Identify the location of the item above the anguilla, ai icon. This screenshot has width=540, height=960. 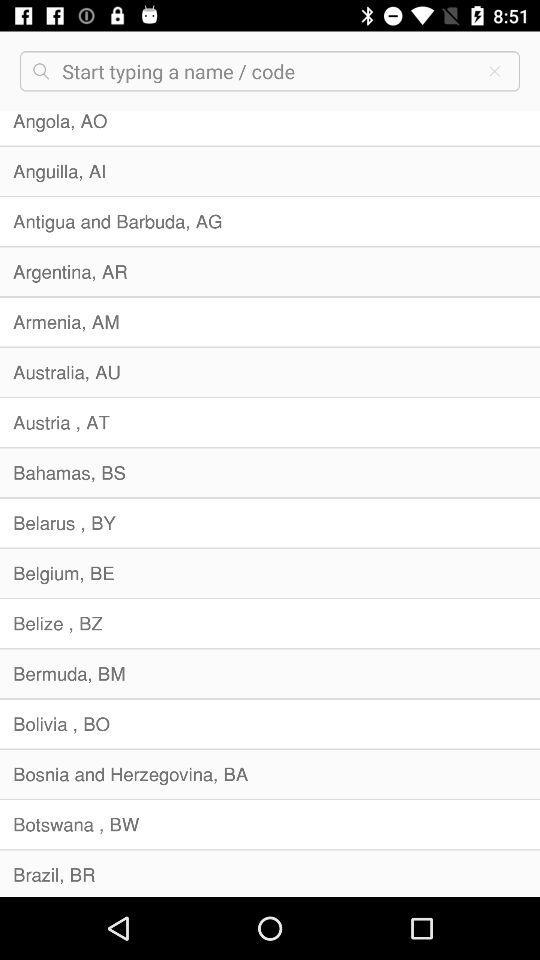
(270, 127).